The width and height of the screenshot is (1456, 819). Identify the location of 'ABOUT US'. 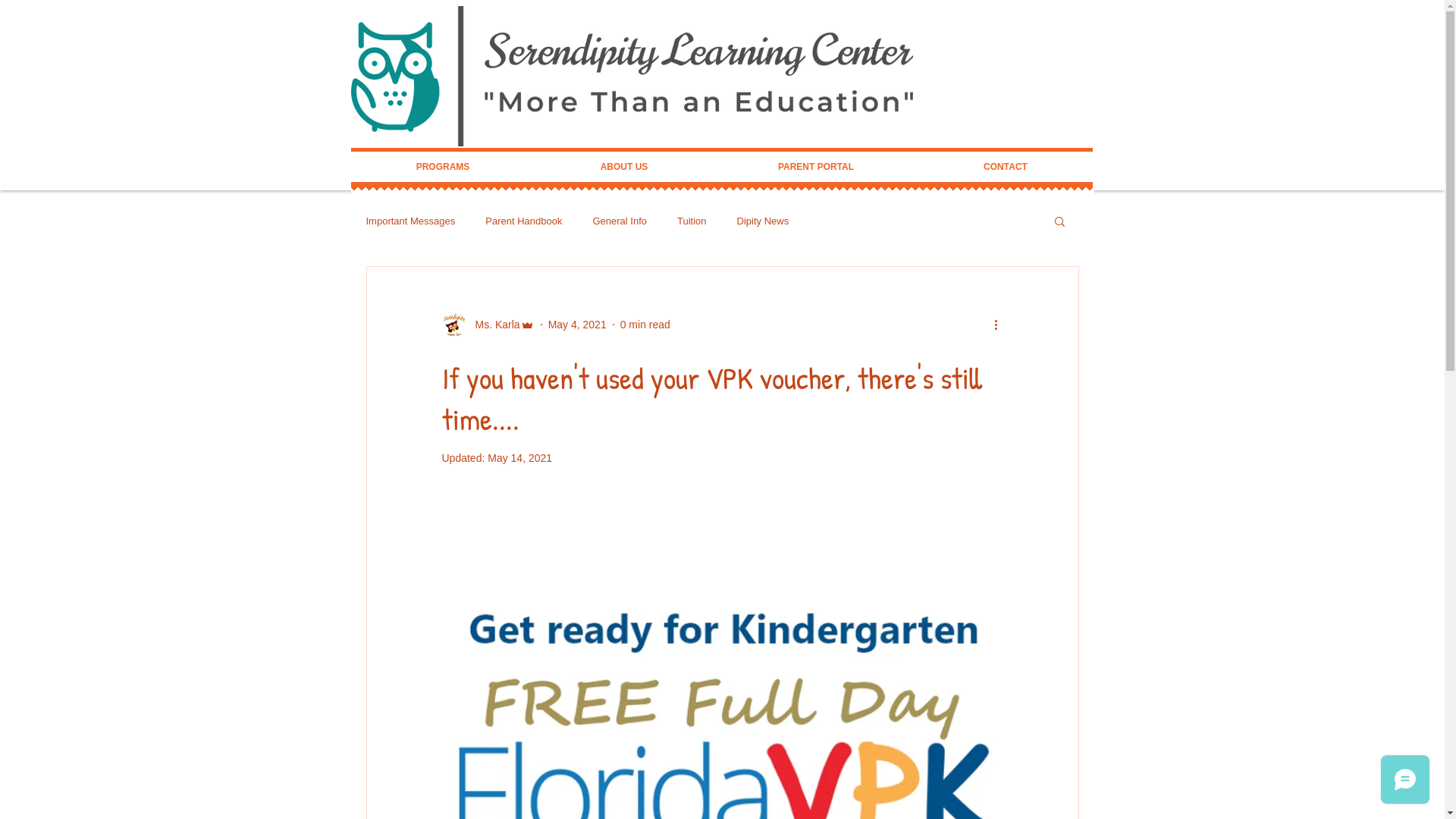
(624, 166).